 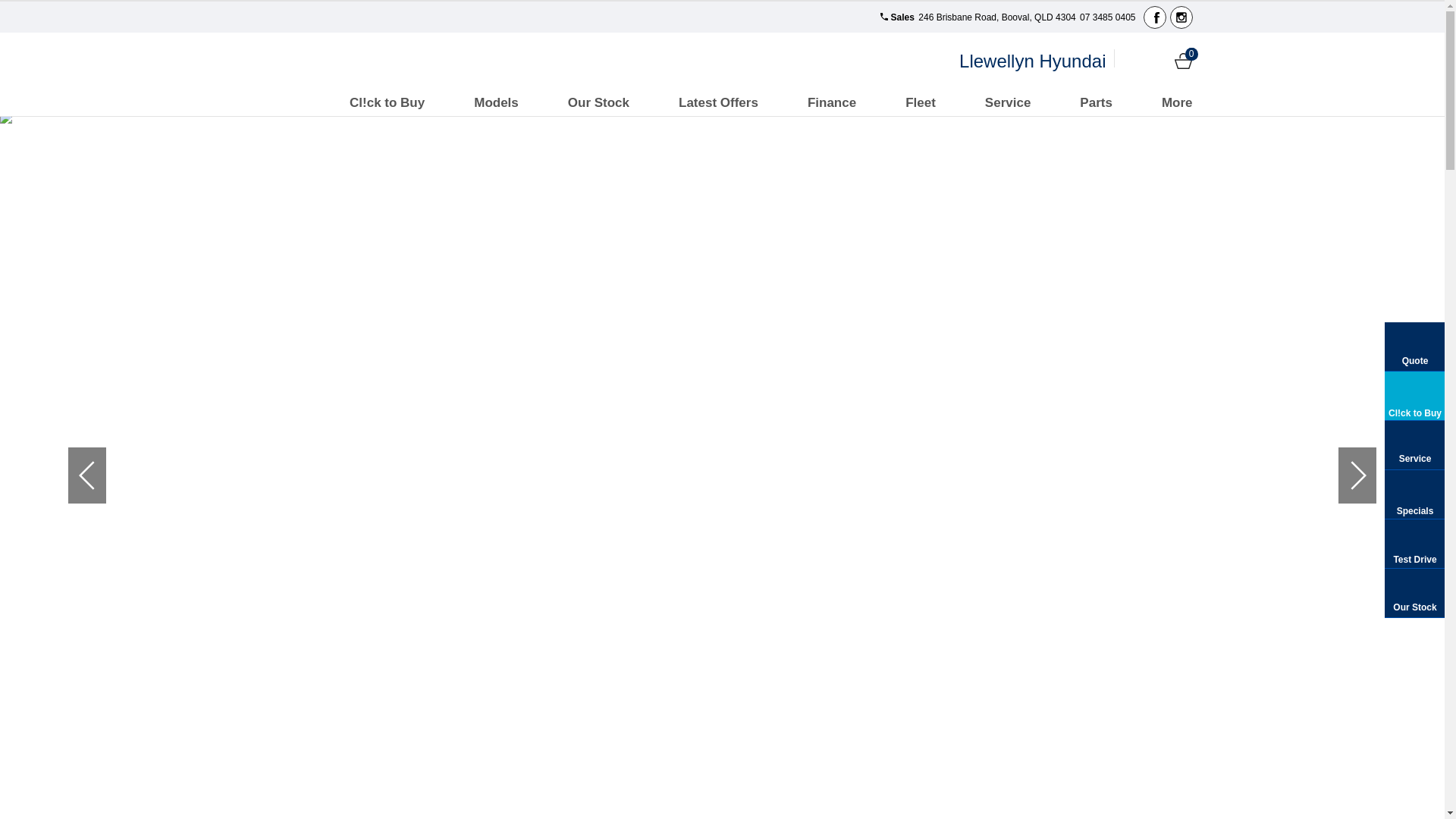 What do you see at coordinates (1179, 17) in the screenshot?
I see `'Instagram'` at bounding box center [1179, 17].